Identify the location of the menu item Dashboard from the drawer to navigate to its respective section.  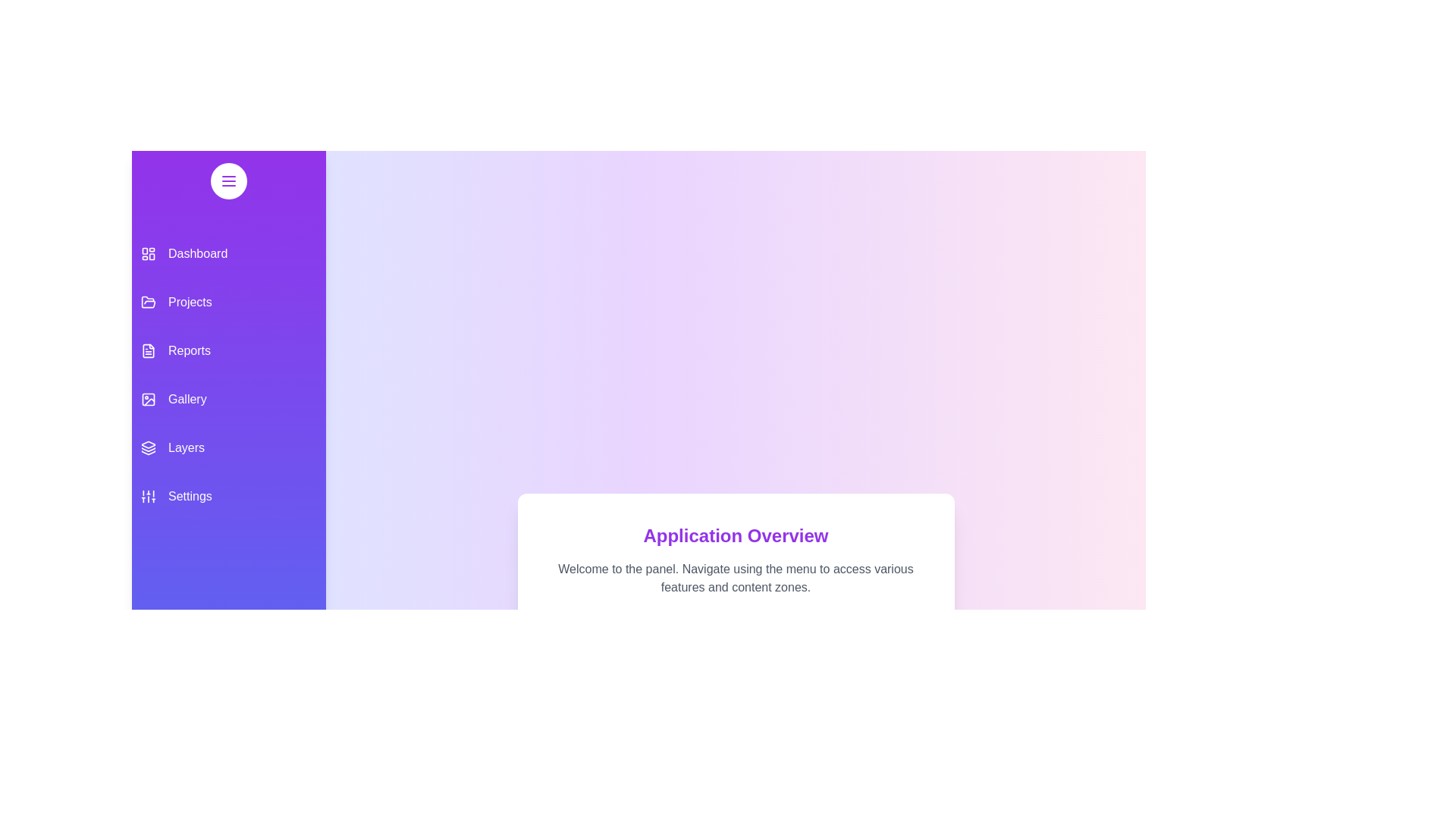
(228, 253).